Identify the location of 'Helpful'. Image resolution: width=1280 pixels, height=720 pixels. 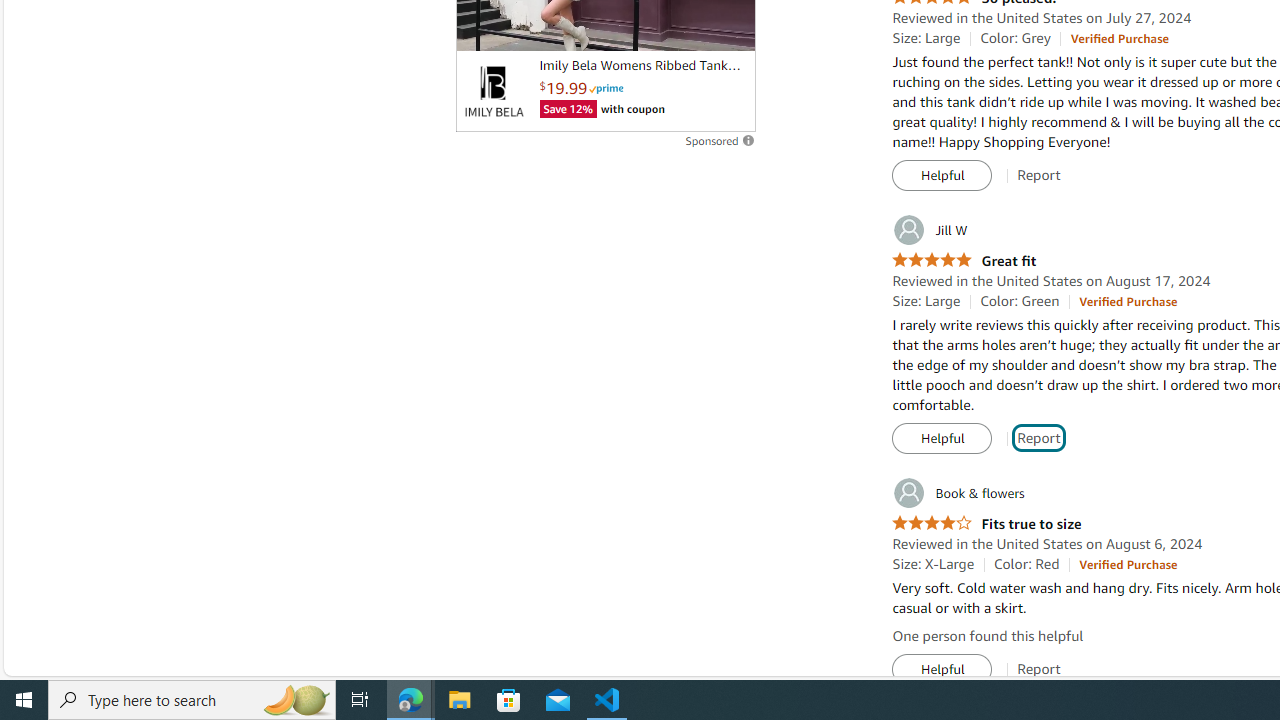
(941, 669).